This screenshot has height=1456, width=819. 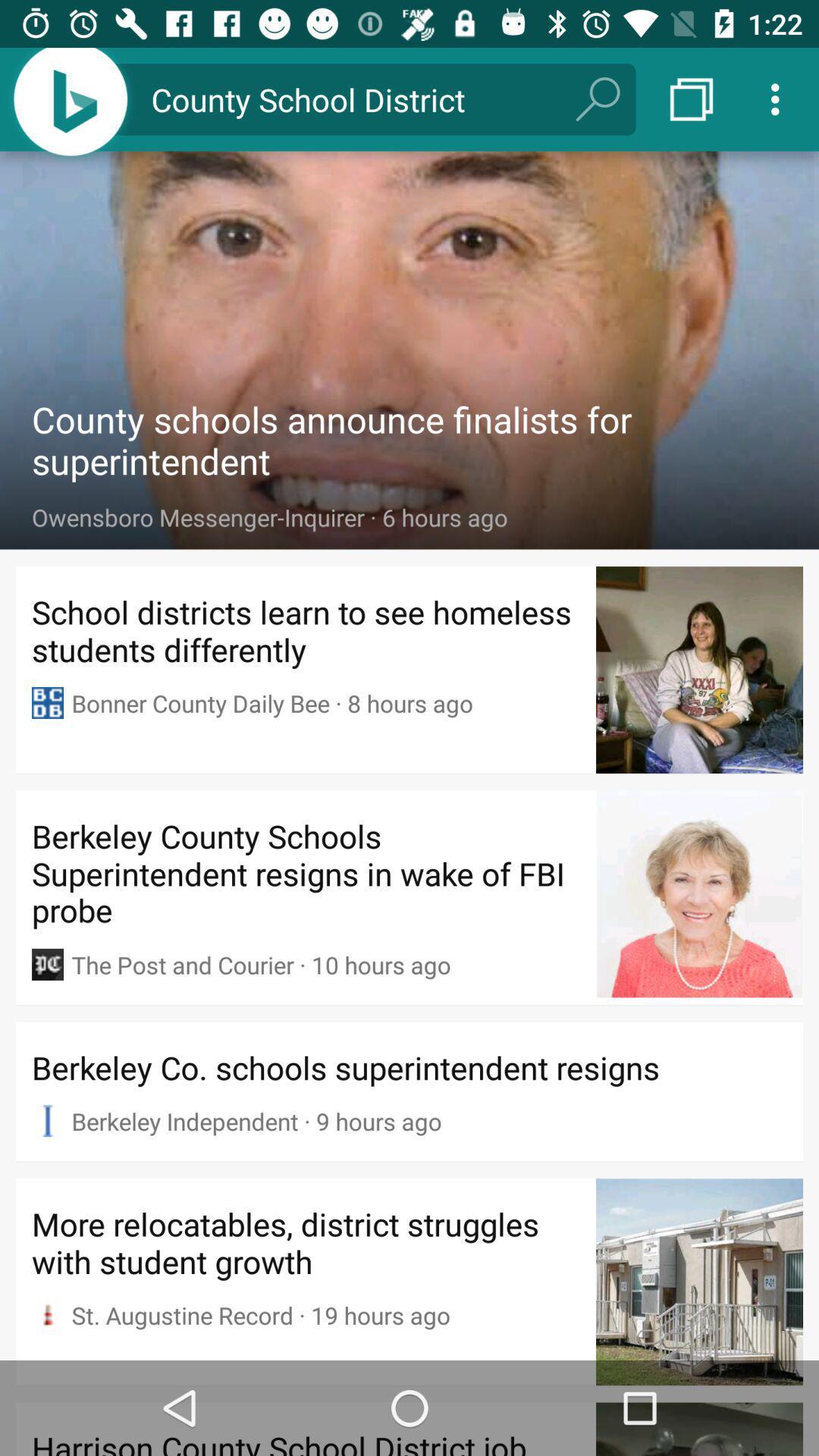 I want to click on the copy icon, so click(x=691, y=99).